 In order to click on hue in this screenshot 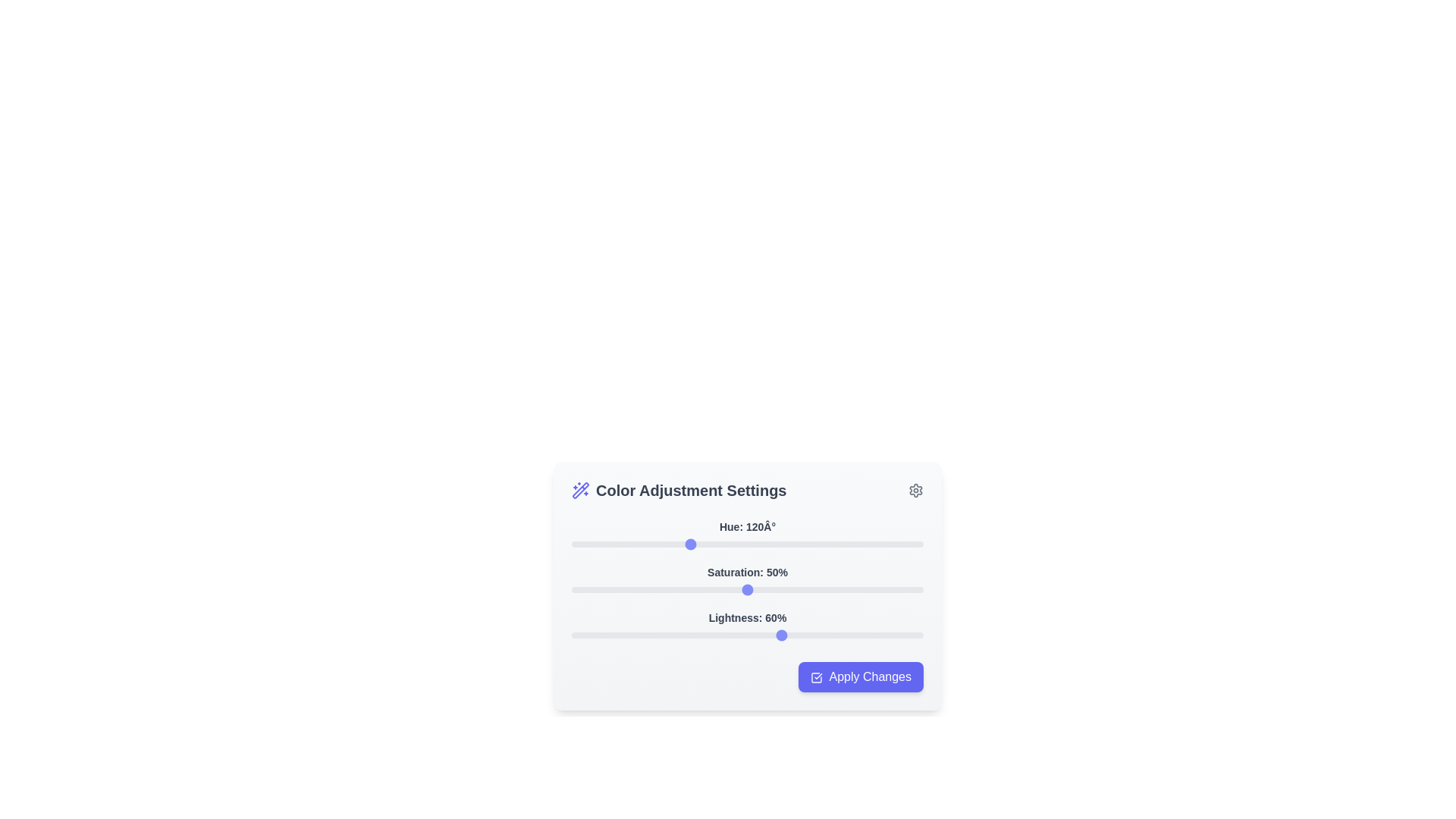, I will do `click(718, 543)`.